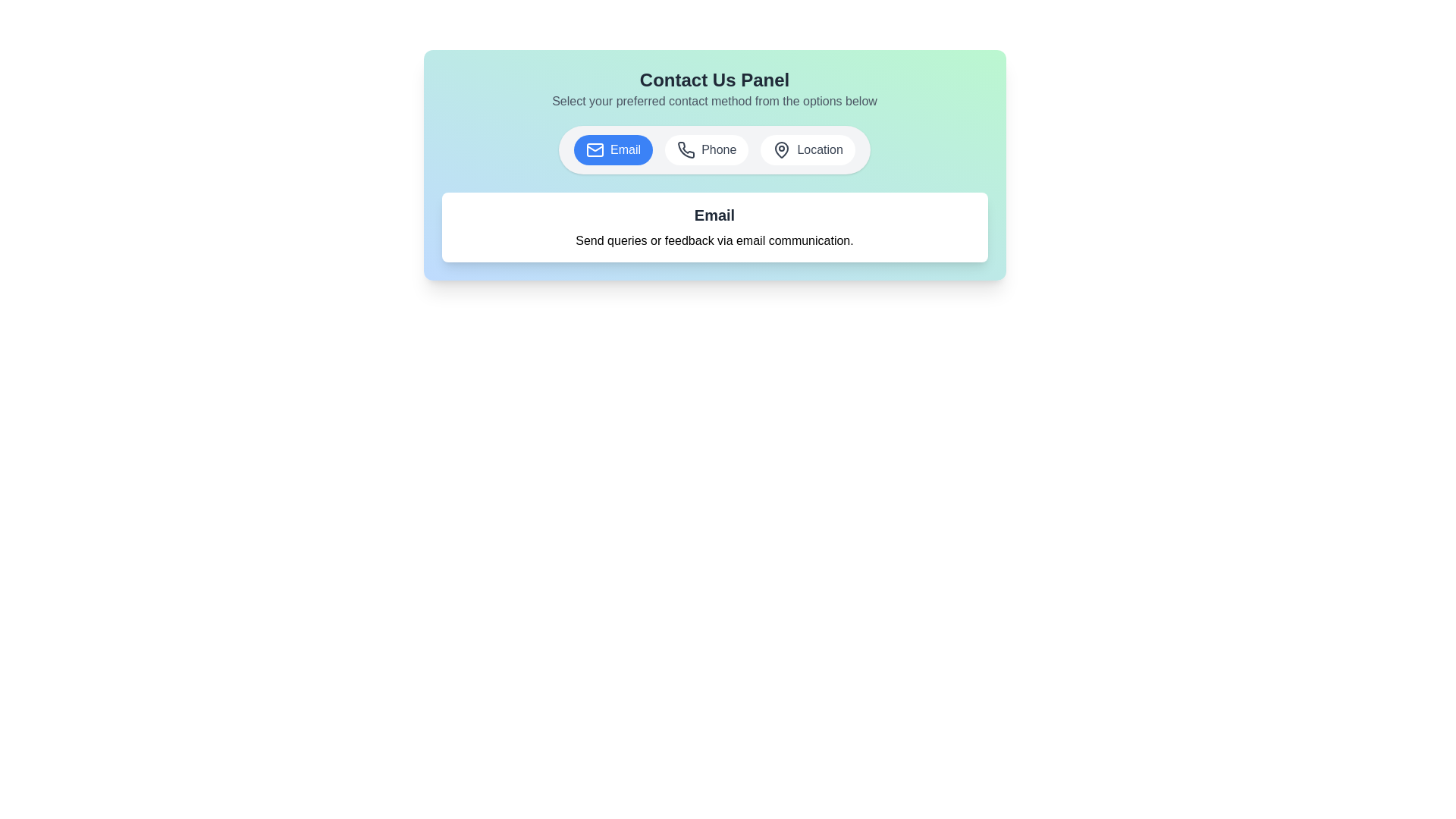 This screenshot has width=1456, height=819. What do you see at coordinates (782, 149) in the screenshot?
I see `the upper curved part of the pin-like icon representing location options, which is positioned at the far right of the Email and Phone options` at bounding box center [782, 149].